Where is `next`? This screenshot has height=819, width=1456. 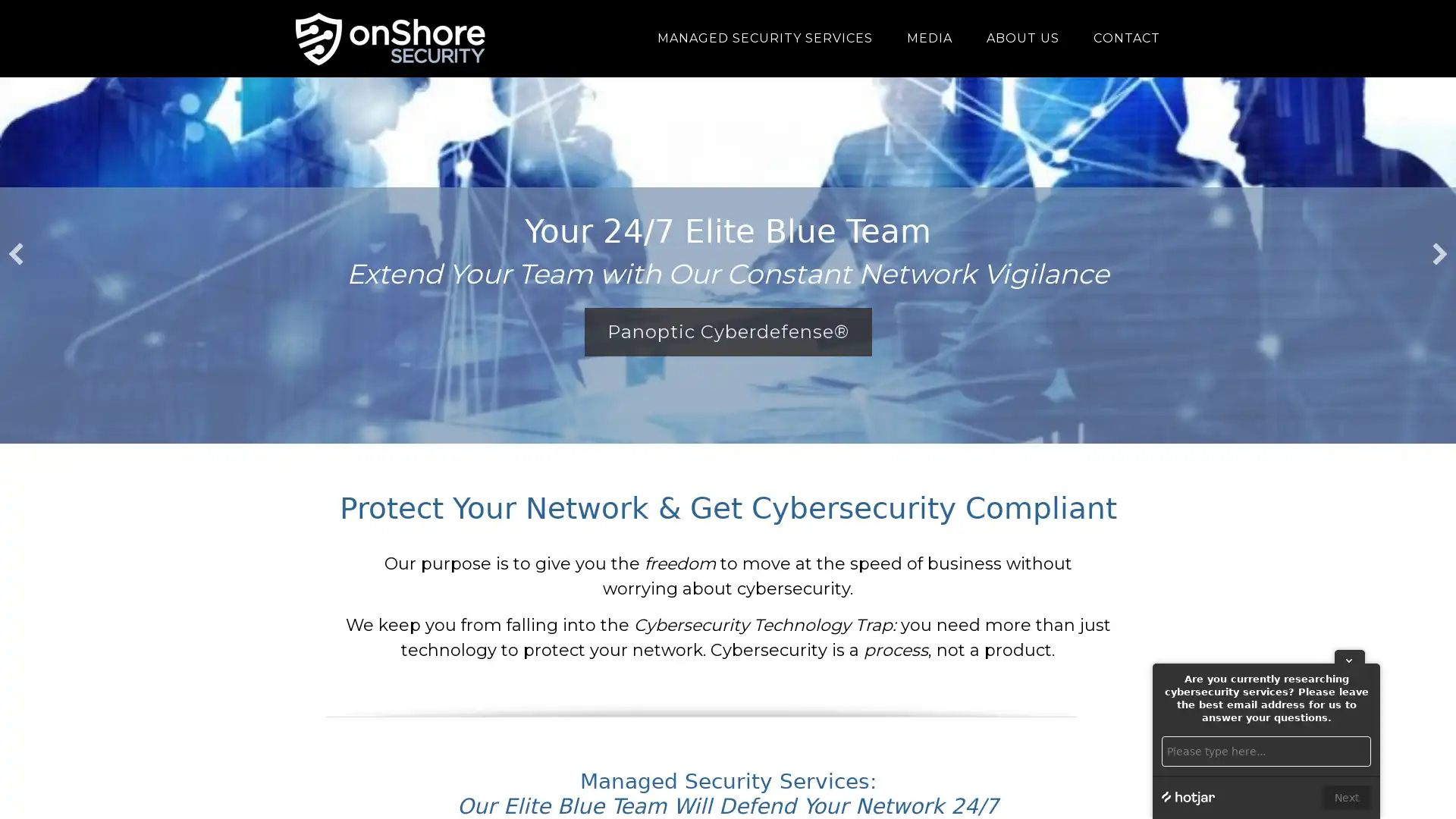
next is located at coordinates (1439, 253).